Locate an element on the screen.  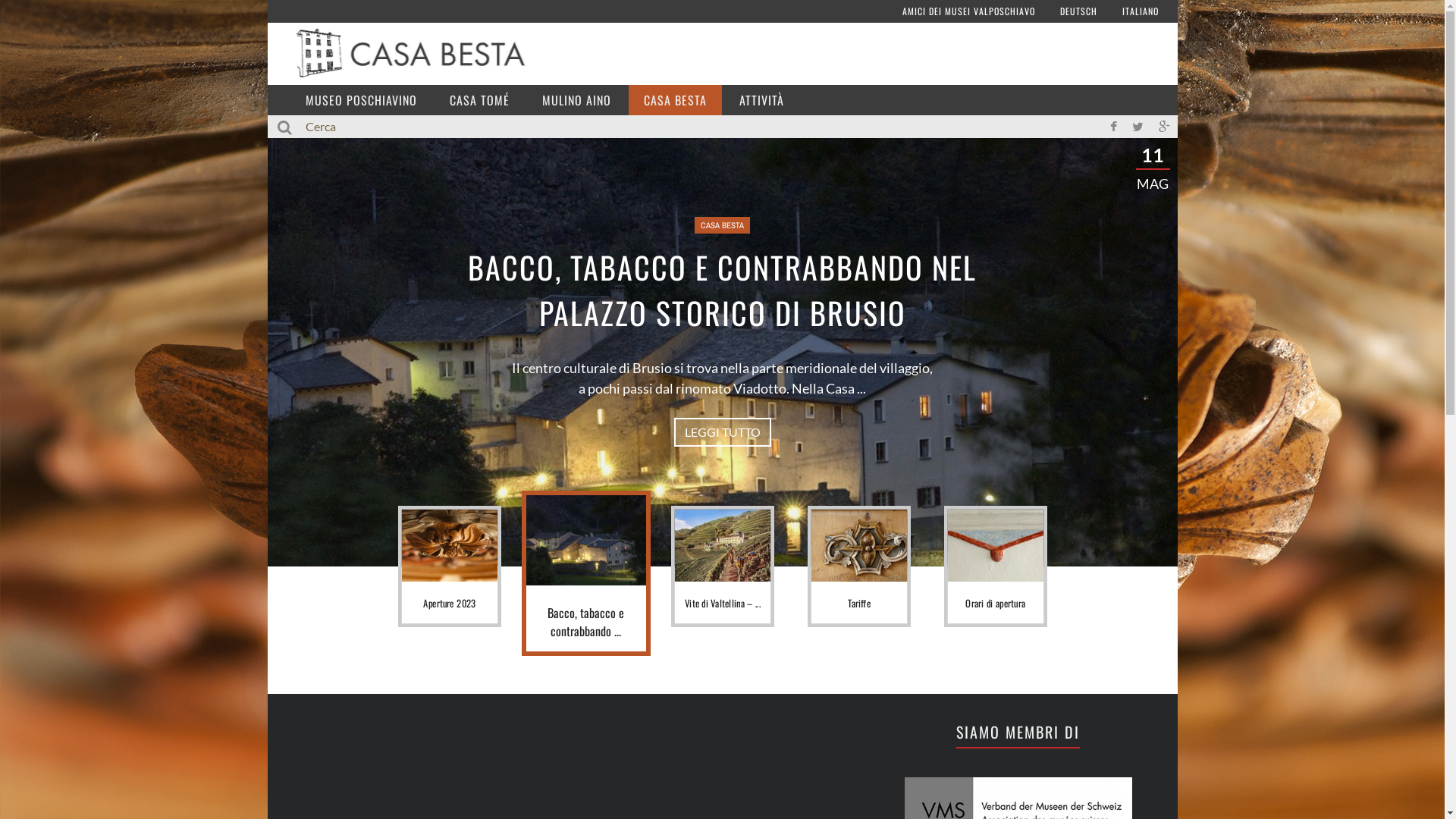
'MULINO AINO' is located at coordinates (575, 99).